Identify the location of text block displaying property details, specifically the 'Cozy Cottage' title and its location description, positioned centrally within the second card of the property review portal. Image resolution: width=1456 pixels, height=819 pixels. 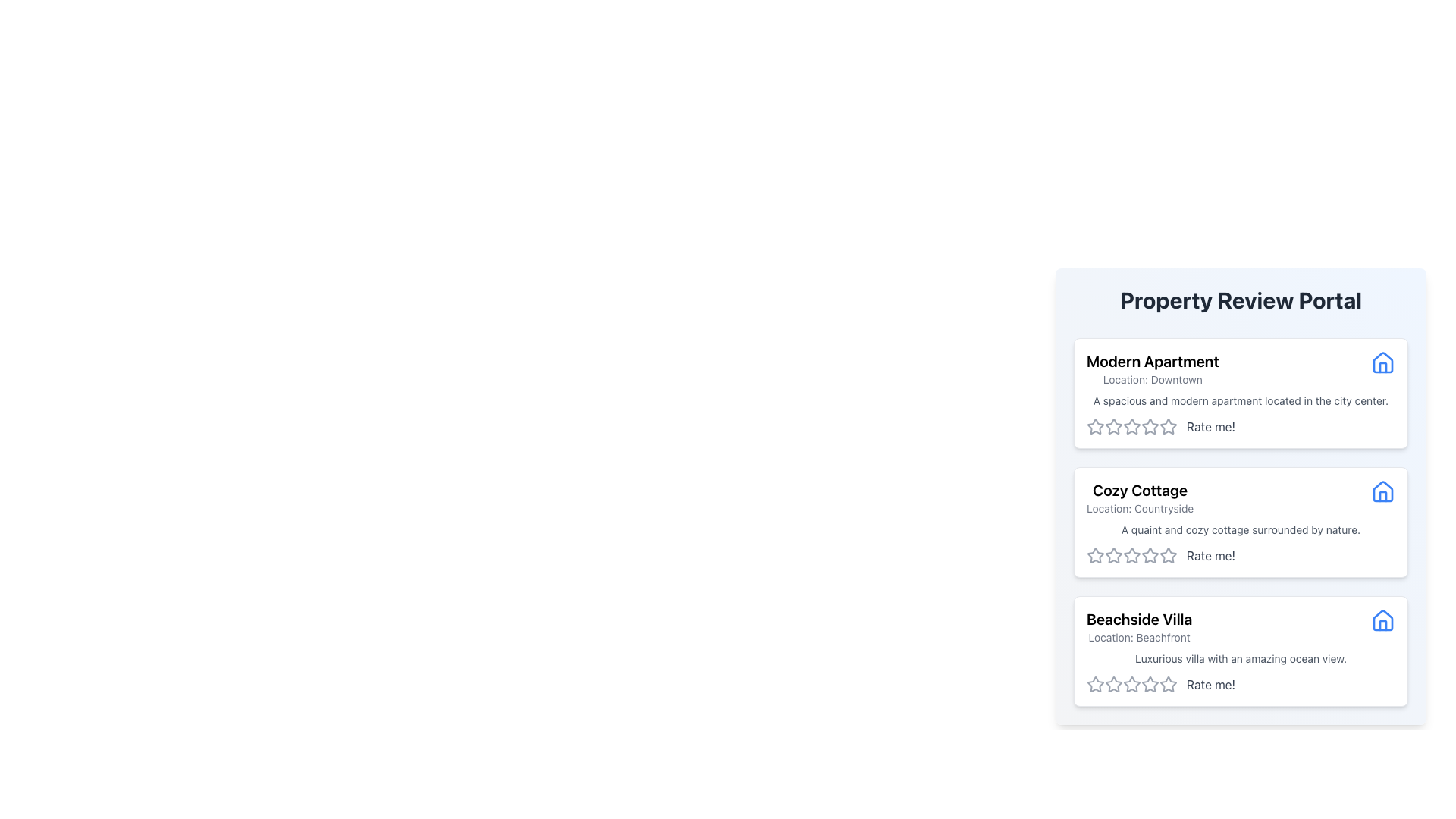
(1140, 497).